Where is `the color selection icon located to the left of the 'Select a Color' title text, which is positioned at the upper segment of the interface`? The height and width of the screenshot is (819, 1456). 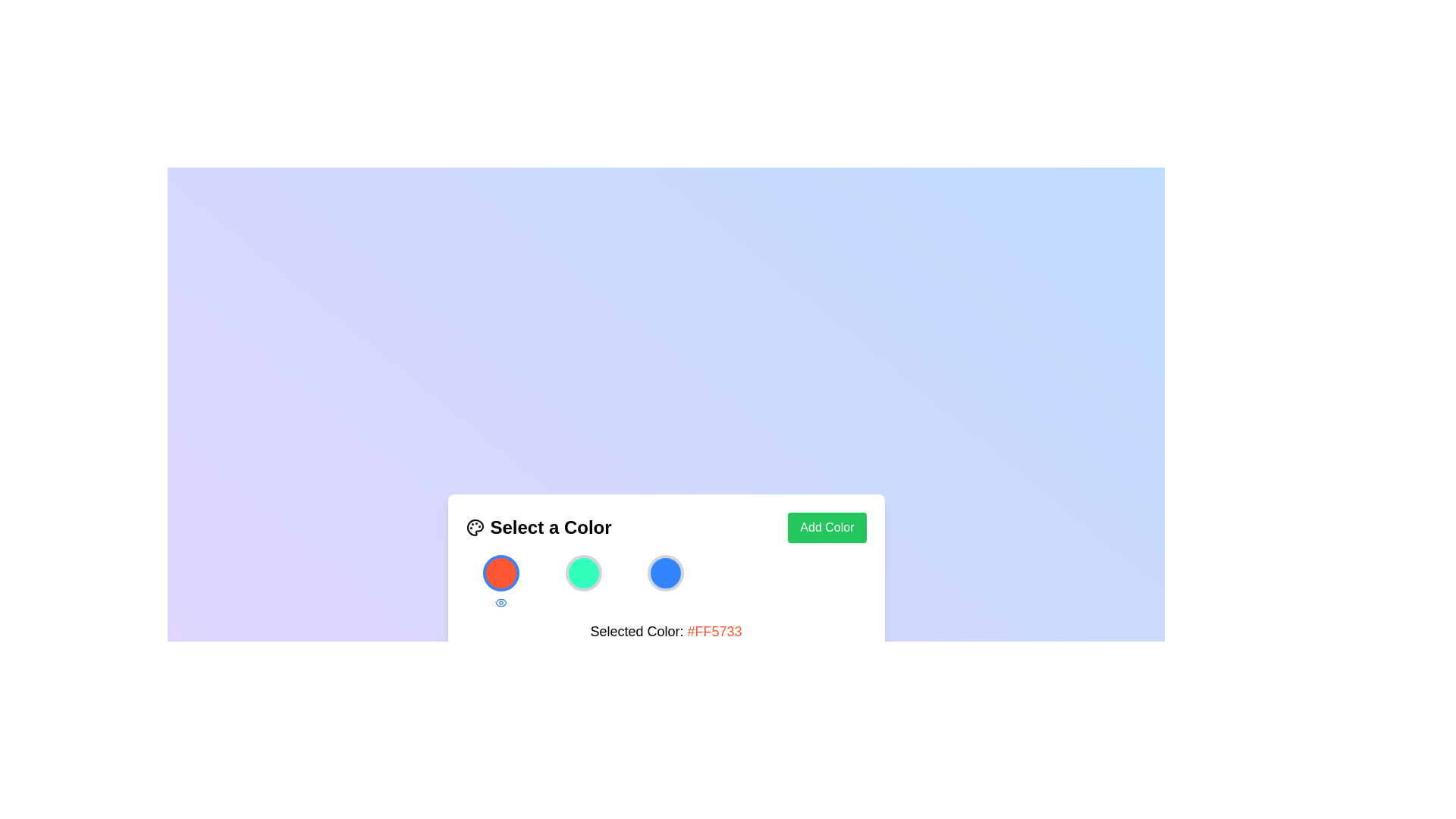 the color selection icon located to the left of the 'Select a Color' title text, which is positioned at the upper segment of the interface is located at coordinates (474, 526).